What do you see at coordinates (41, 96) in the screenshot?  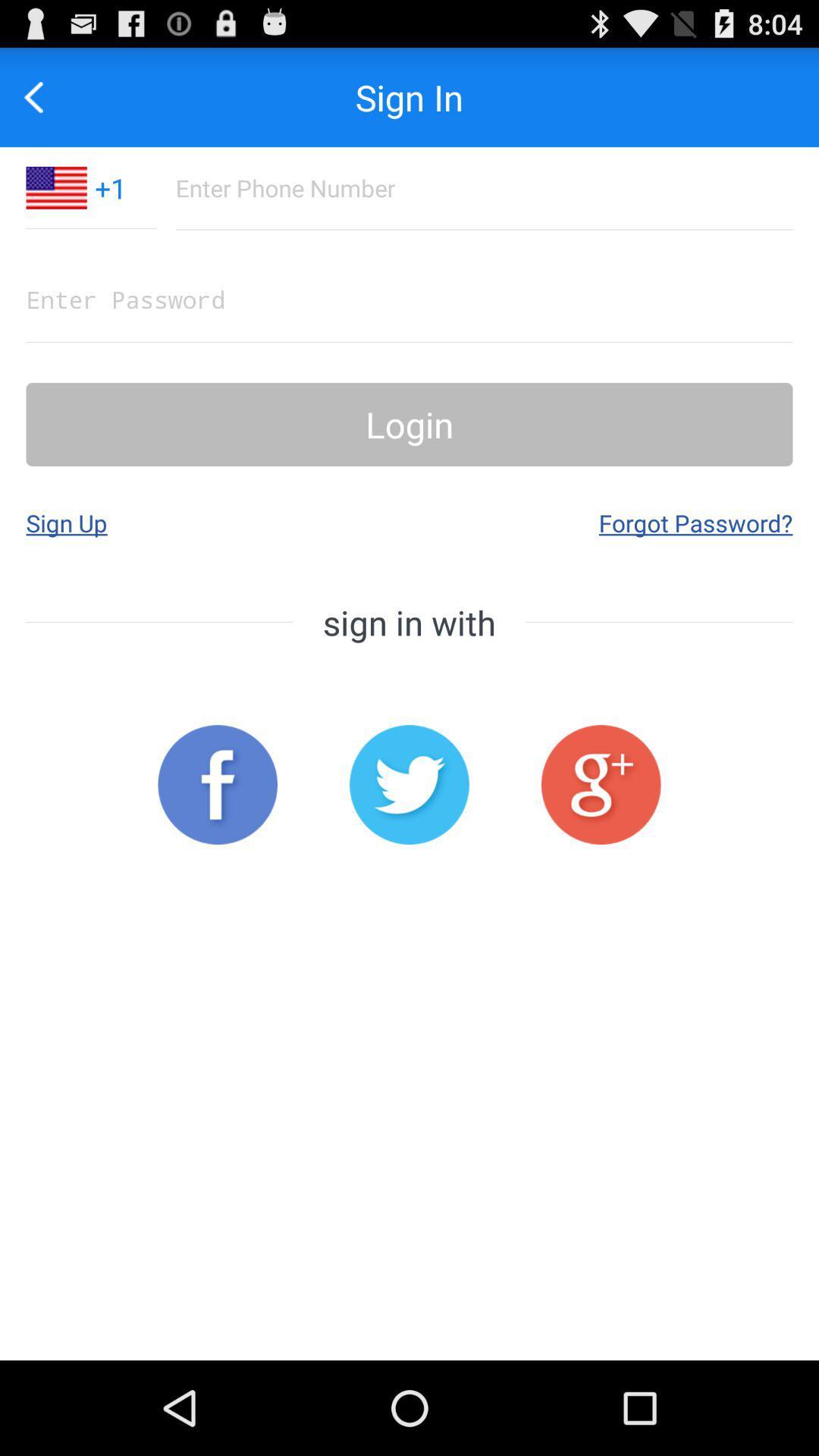 I see `the item next to +1 item` at bounding box center [41, 96].